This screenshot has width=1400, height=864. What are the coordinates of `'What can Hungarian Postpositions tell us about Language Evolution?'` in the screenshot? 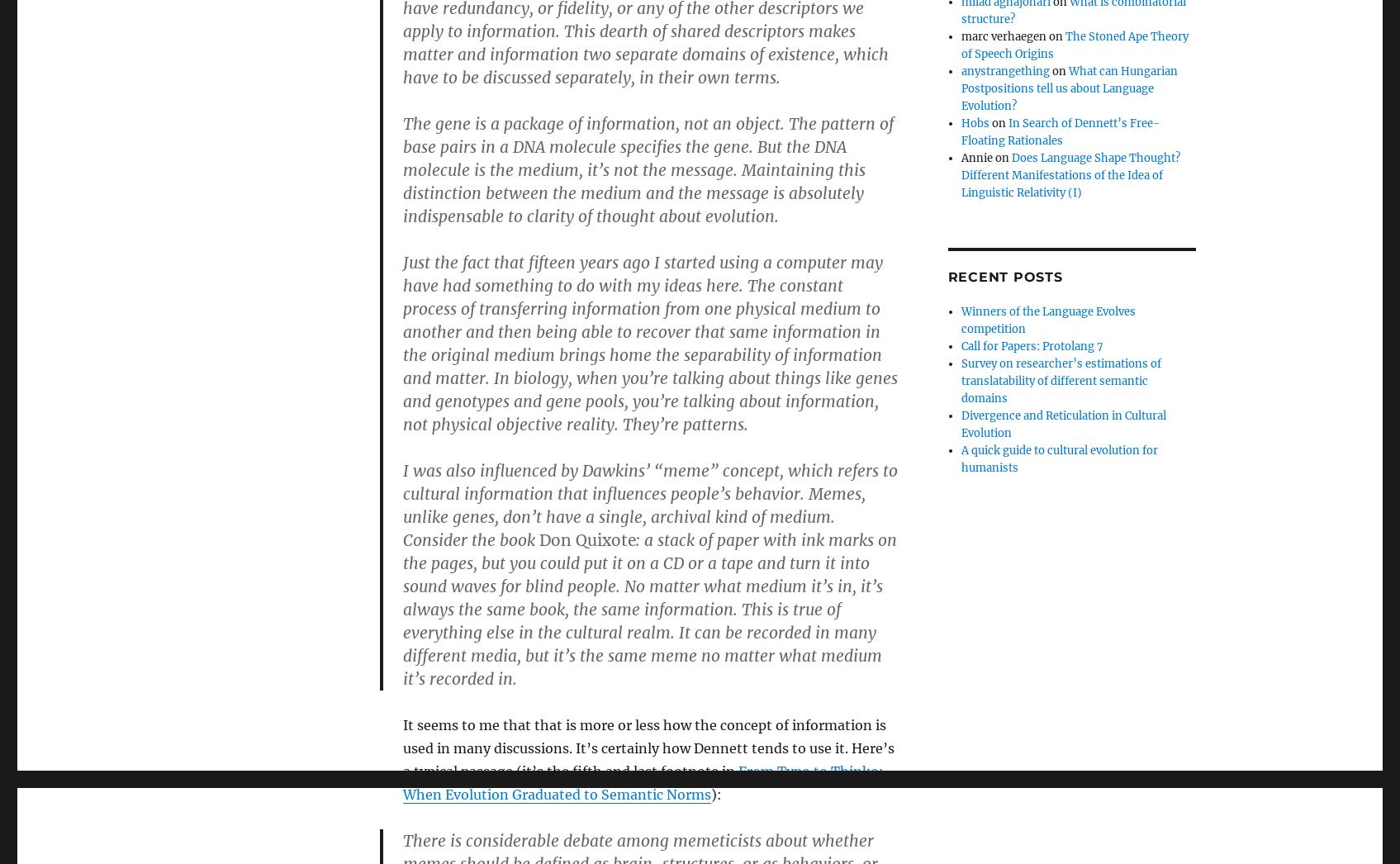 It's located at (1067, 88).